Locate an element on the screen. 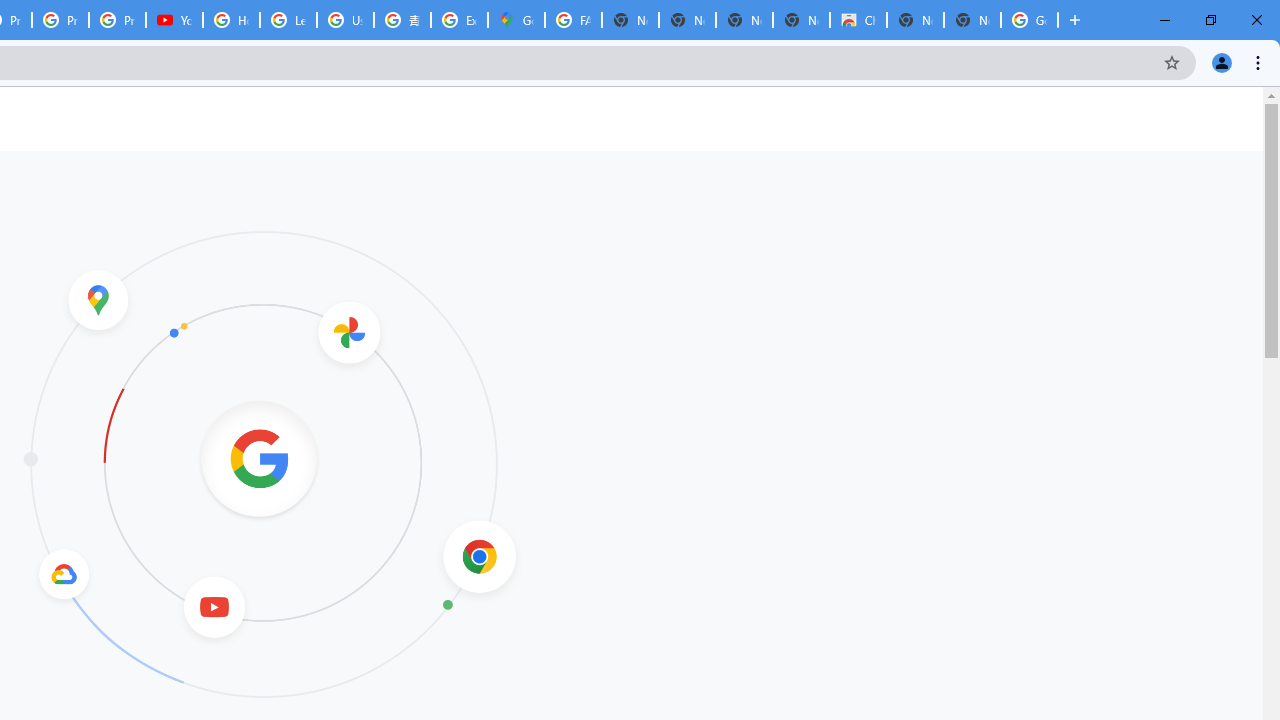  'Google Images' is located at coordinates (1029, 20).